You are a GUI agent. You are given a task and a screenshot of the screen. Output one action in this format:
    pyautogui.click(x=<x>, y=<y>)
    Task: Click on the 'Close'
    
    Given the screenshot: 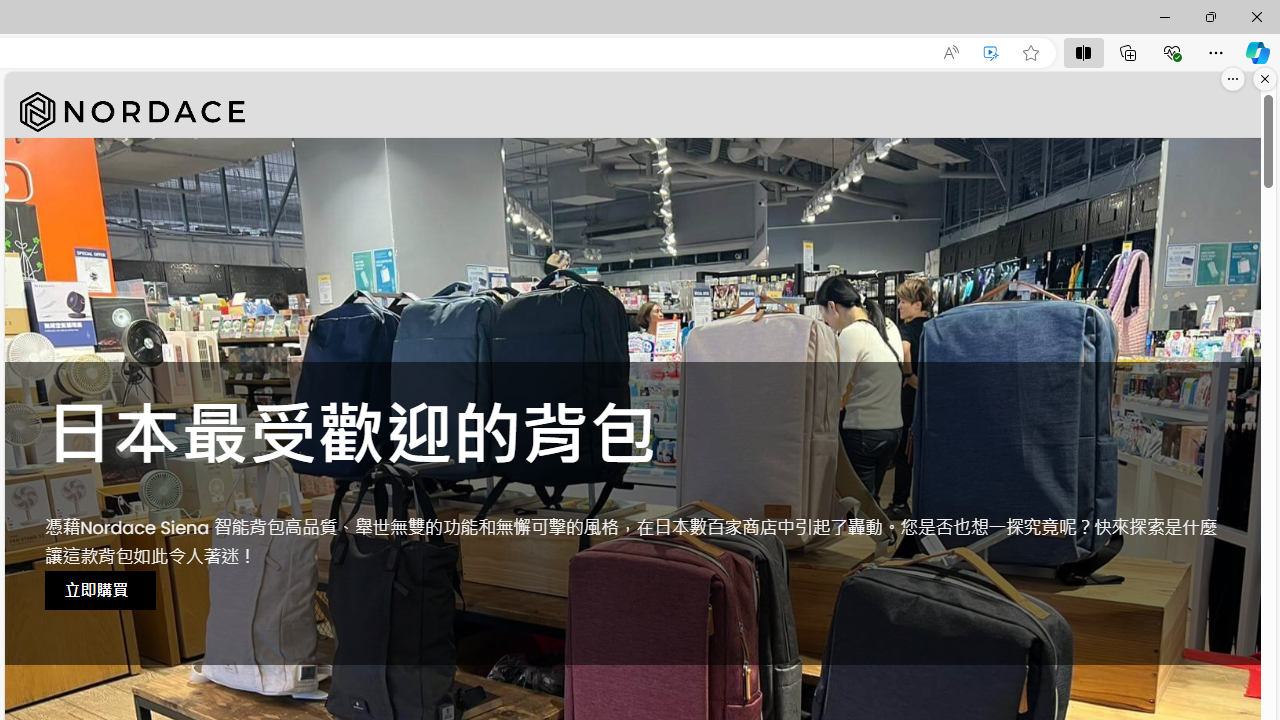 What is the action you would take?
    pyautogui.click(x=1255, y=16)
    